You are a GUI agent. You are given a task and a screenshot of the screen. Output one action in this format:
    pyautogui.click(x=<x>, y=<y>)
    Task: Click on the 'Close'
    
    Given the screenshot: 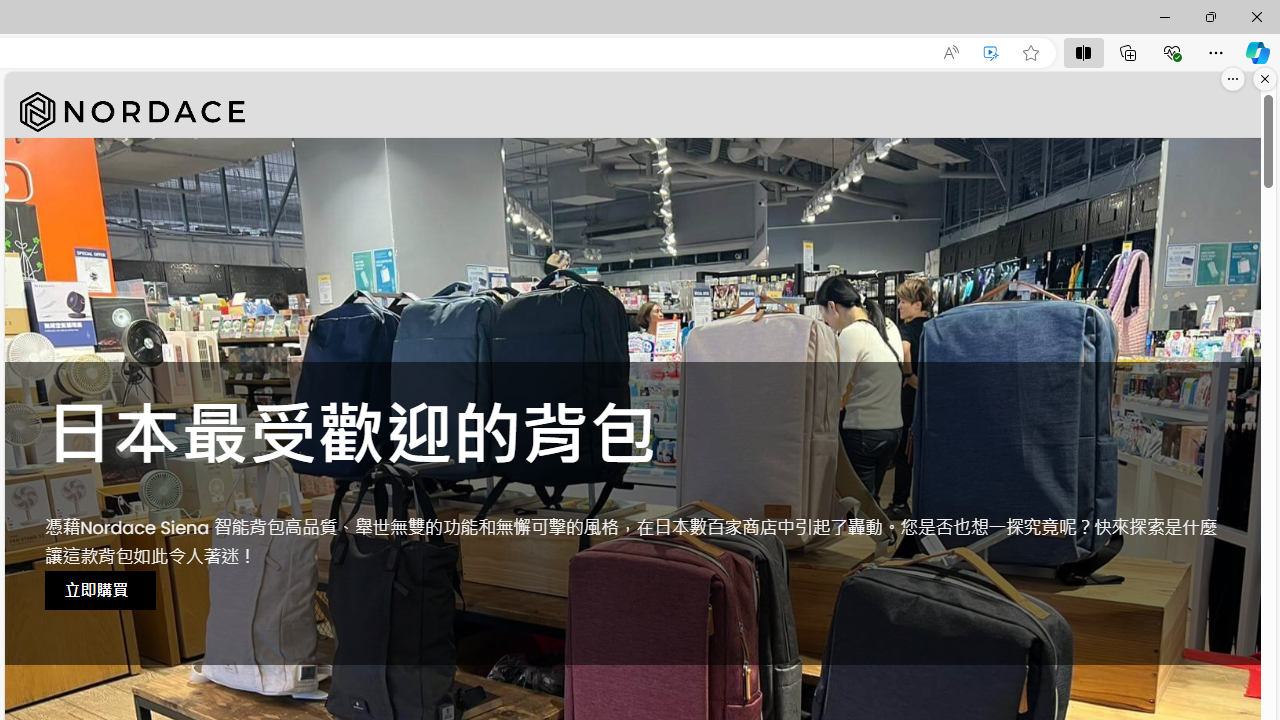 What is the action you would take?
    pyautogui.click(x=1255, y=16)
    